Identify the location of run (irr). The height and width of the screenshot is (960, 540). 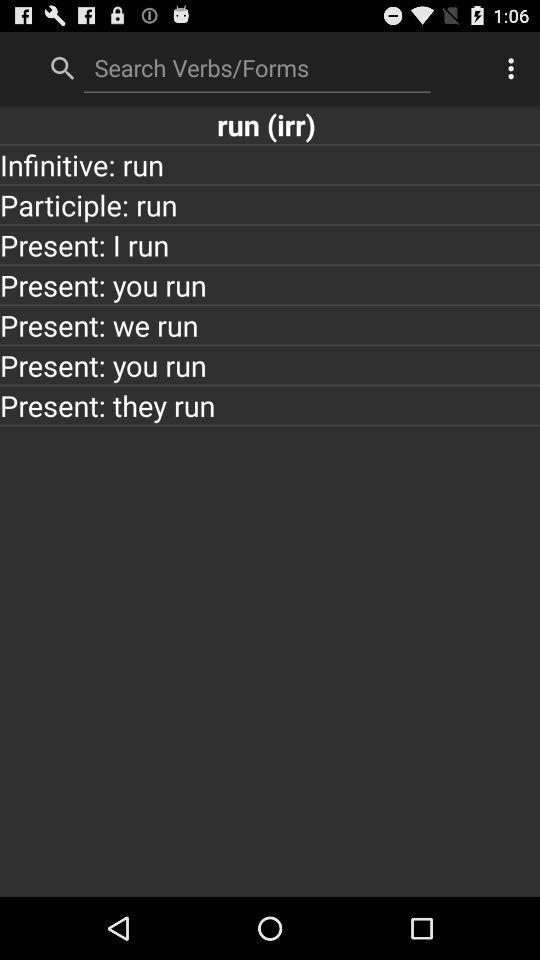
(270, 123).